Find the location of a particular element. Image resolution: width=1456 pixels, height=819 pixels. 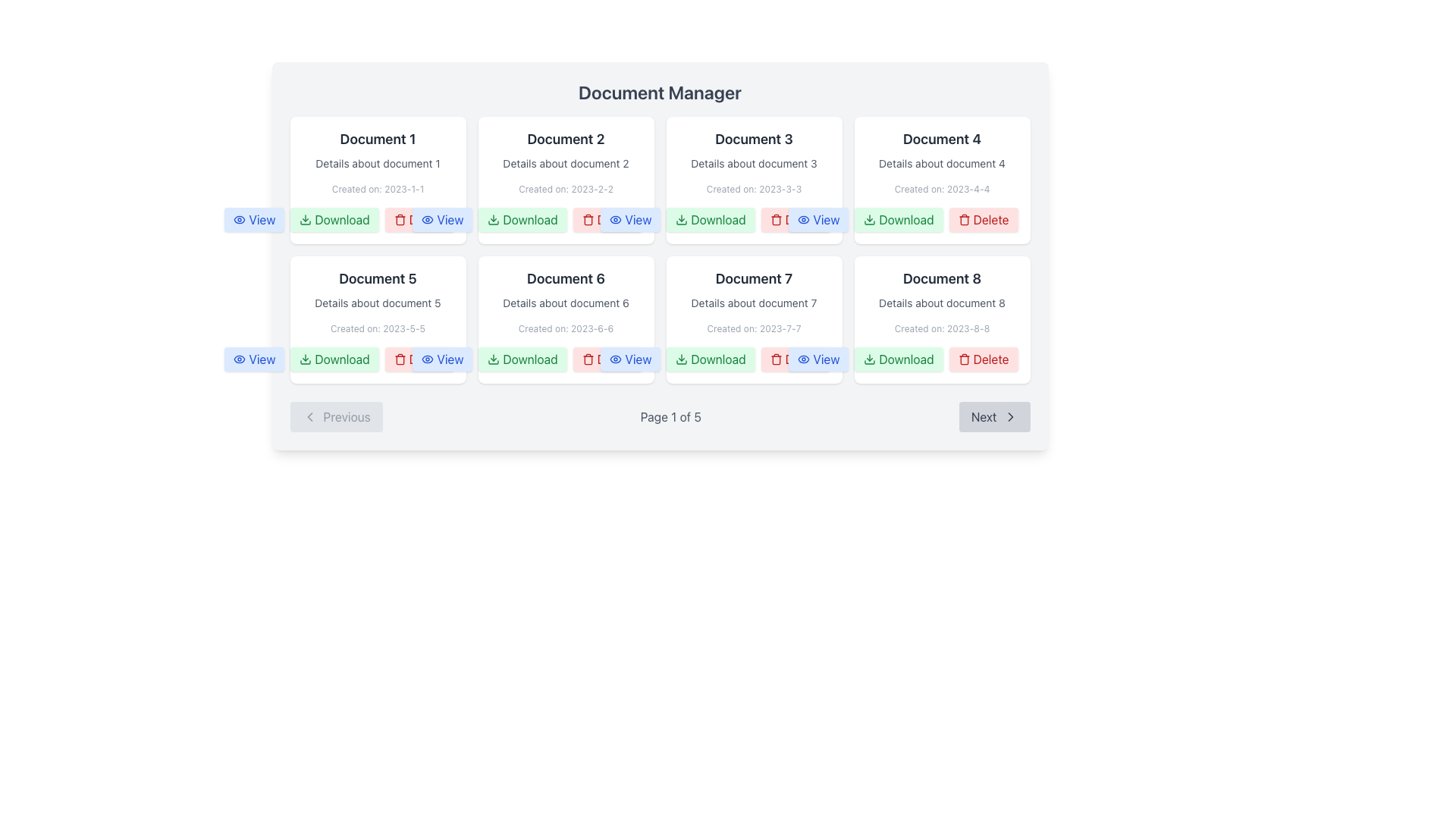

the download icon within the 'Download' button of the 'Document 6' card, located in the second row, second column of the card grid is located at coordinates (494, 359).